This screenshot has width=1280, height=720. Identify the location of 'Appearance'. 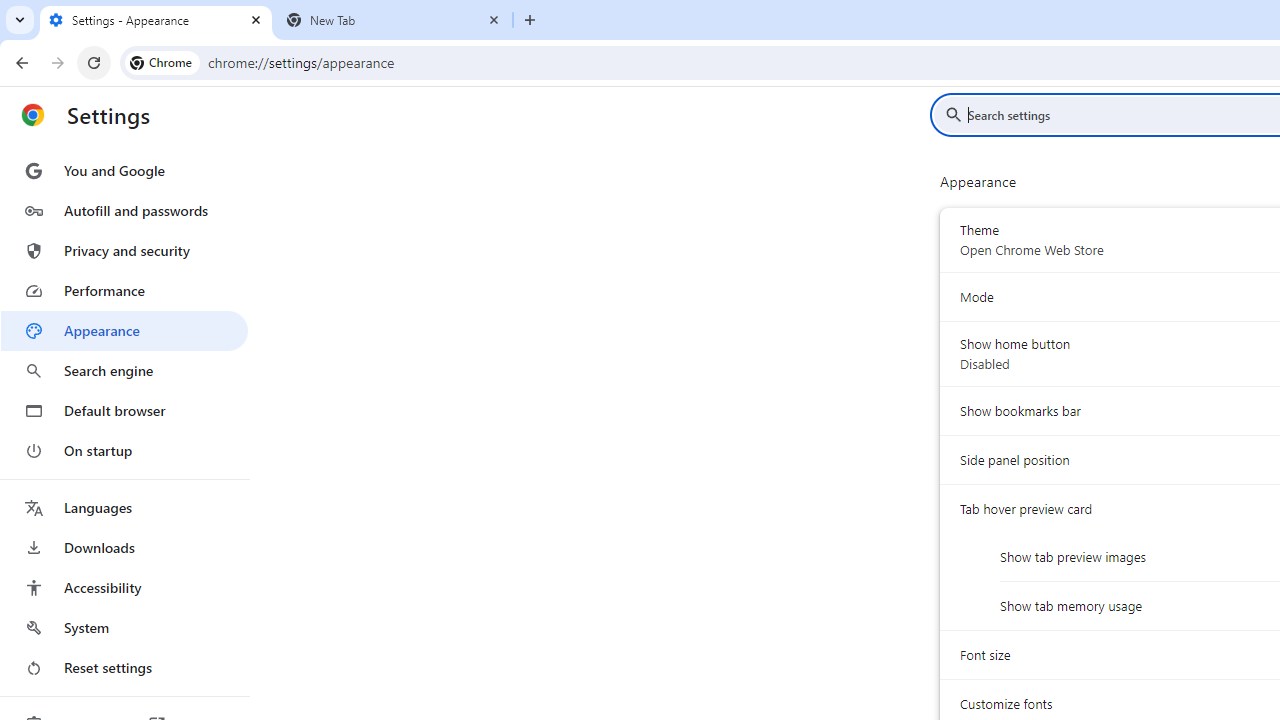
(123, 330).